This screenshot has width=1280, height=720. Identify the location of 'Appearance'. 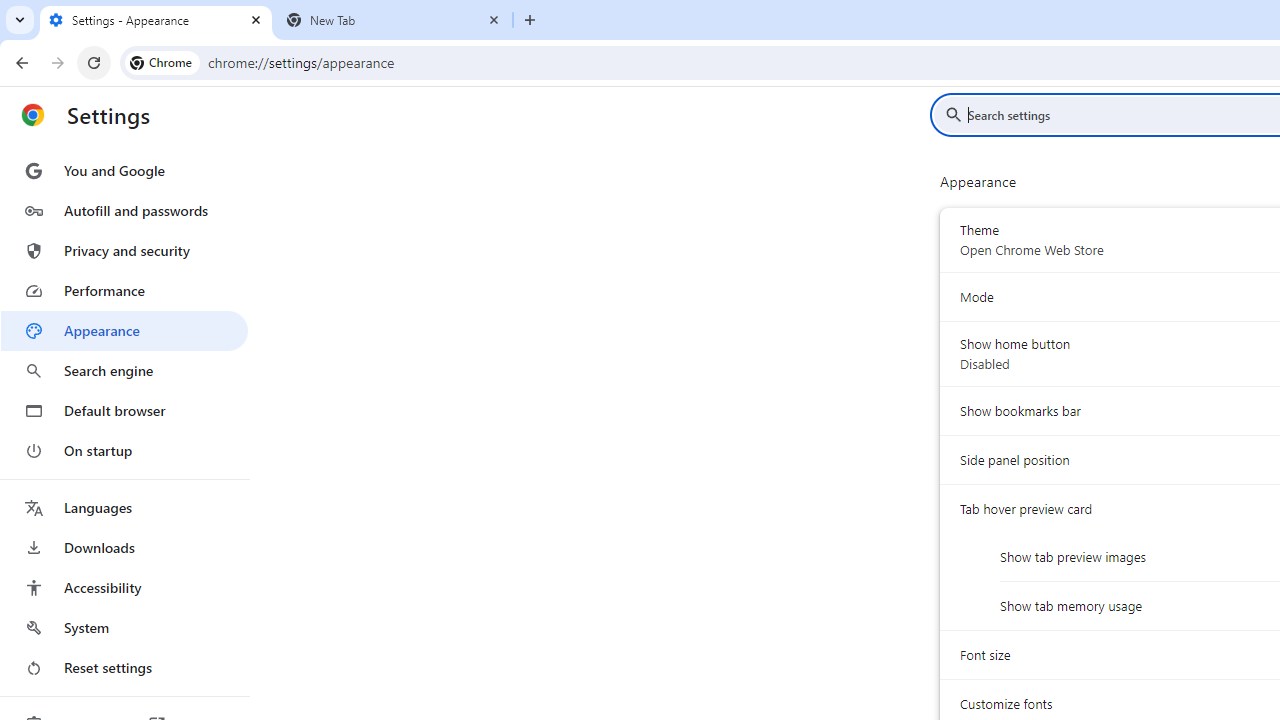
(123, 330).